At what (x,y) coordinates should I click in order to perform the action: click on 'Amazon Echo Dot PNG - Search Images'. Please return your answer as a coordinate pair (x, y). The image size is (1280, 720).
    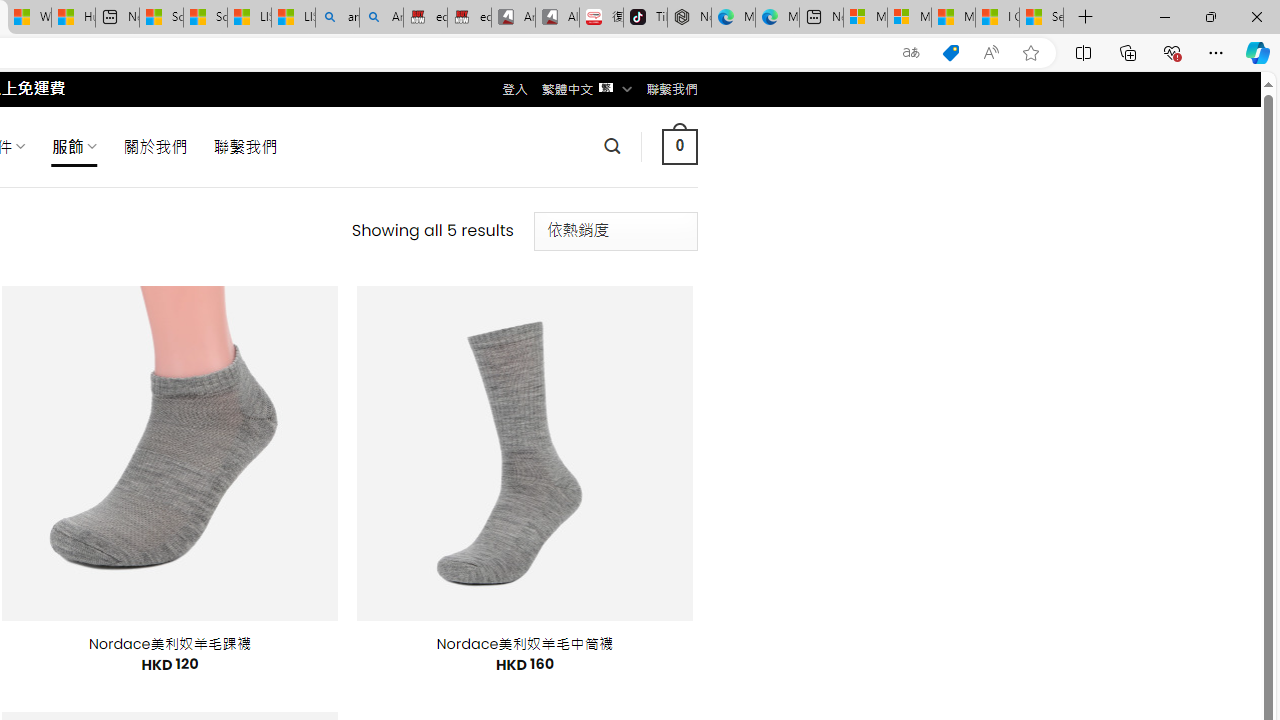
    Looking at the image, I should click on (381, 17).